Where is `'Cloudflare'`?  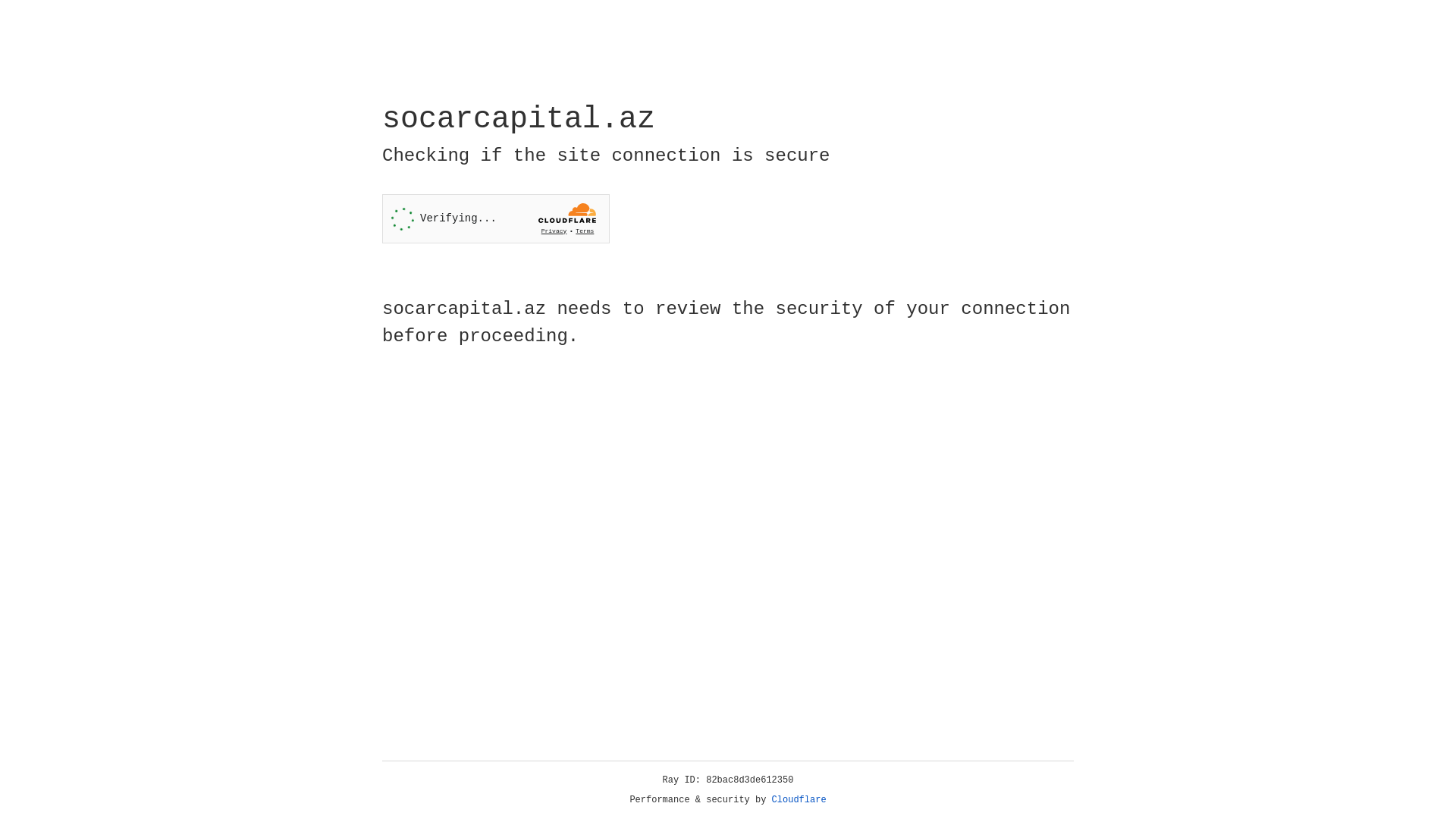 'Cloudflare' is located at coordinates (799, 799).